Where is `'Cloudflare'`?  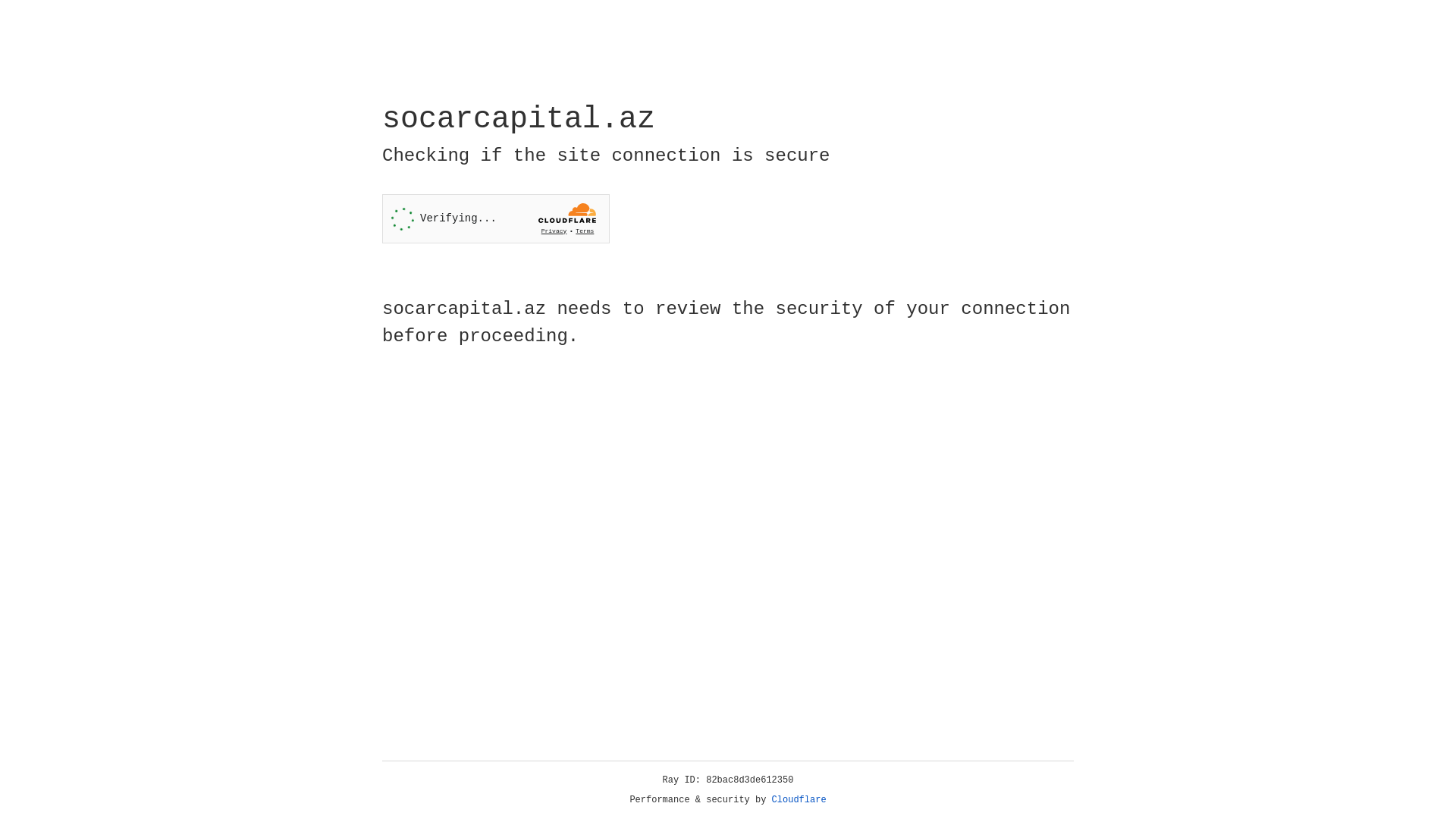 'Cloudflare' is located at coordinates (799, 799).